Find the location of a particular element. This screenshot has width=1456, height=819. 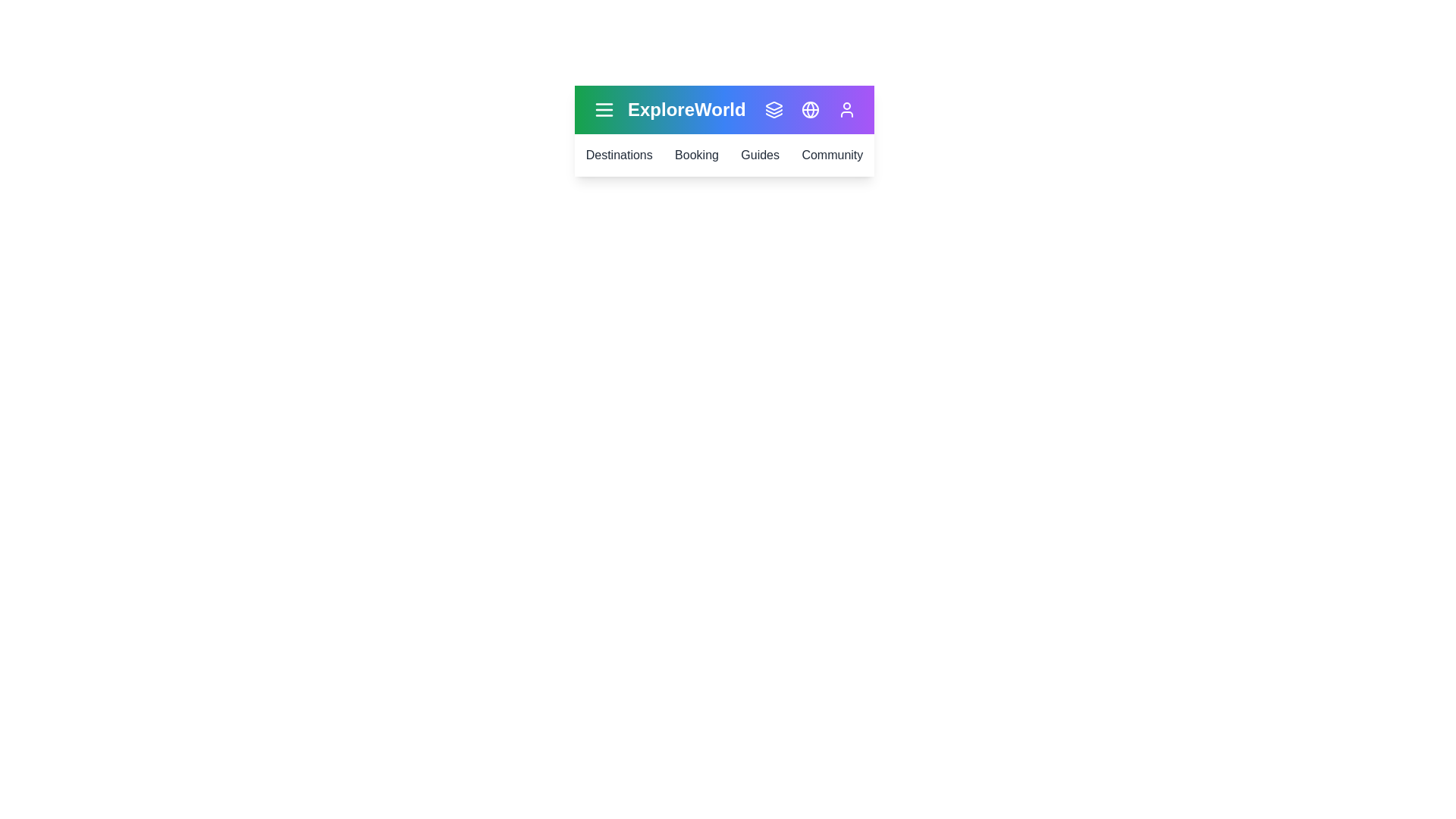

the Globe icon in the top right corner of the TravelAppBar is located at coordinates (810, 109).